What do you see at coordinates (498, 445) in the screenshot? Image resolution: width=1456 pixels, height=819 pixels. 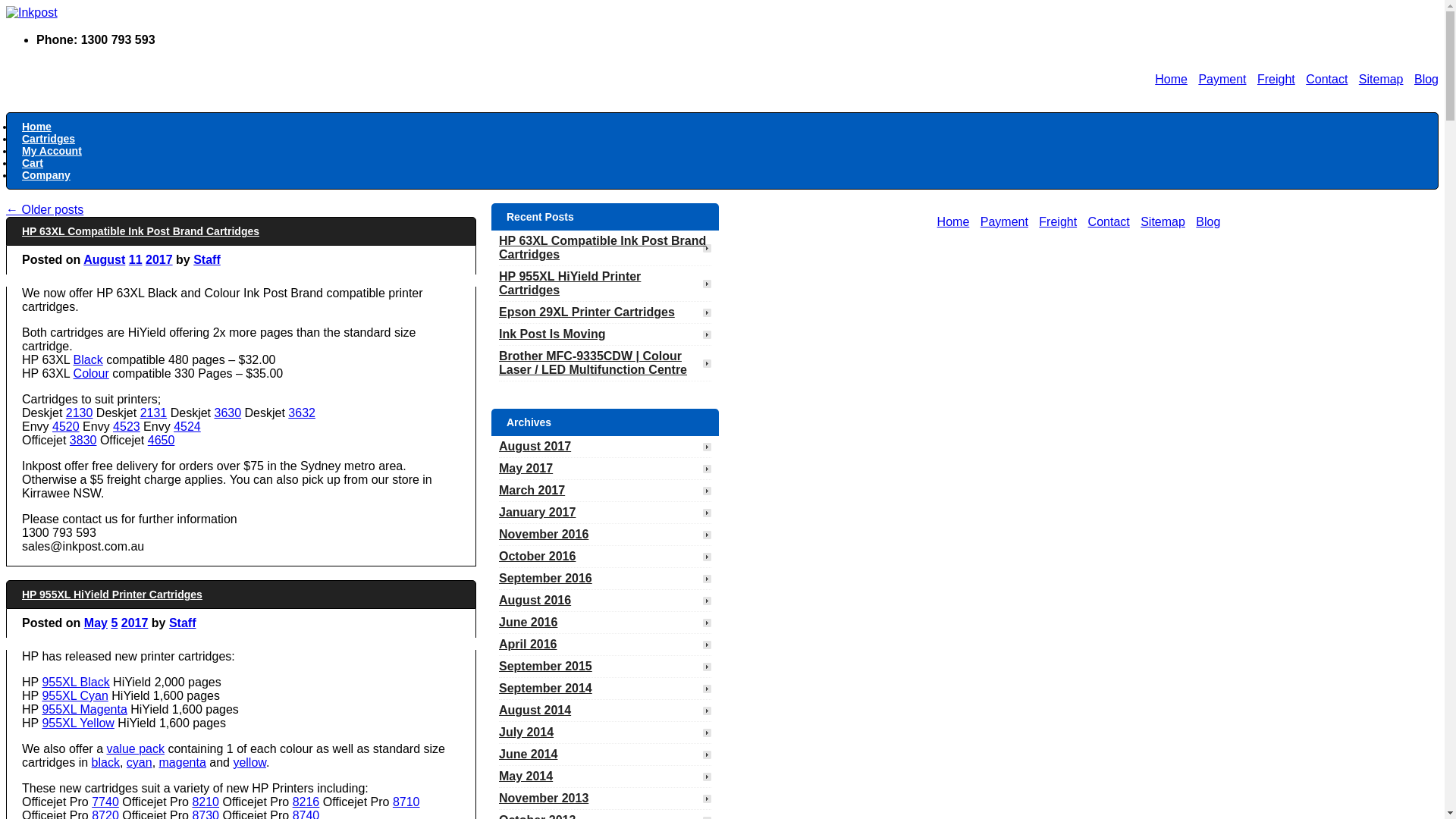 I see `'August 2017'` at bounding box center [498, 445].